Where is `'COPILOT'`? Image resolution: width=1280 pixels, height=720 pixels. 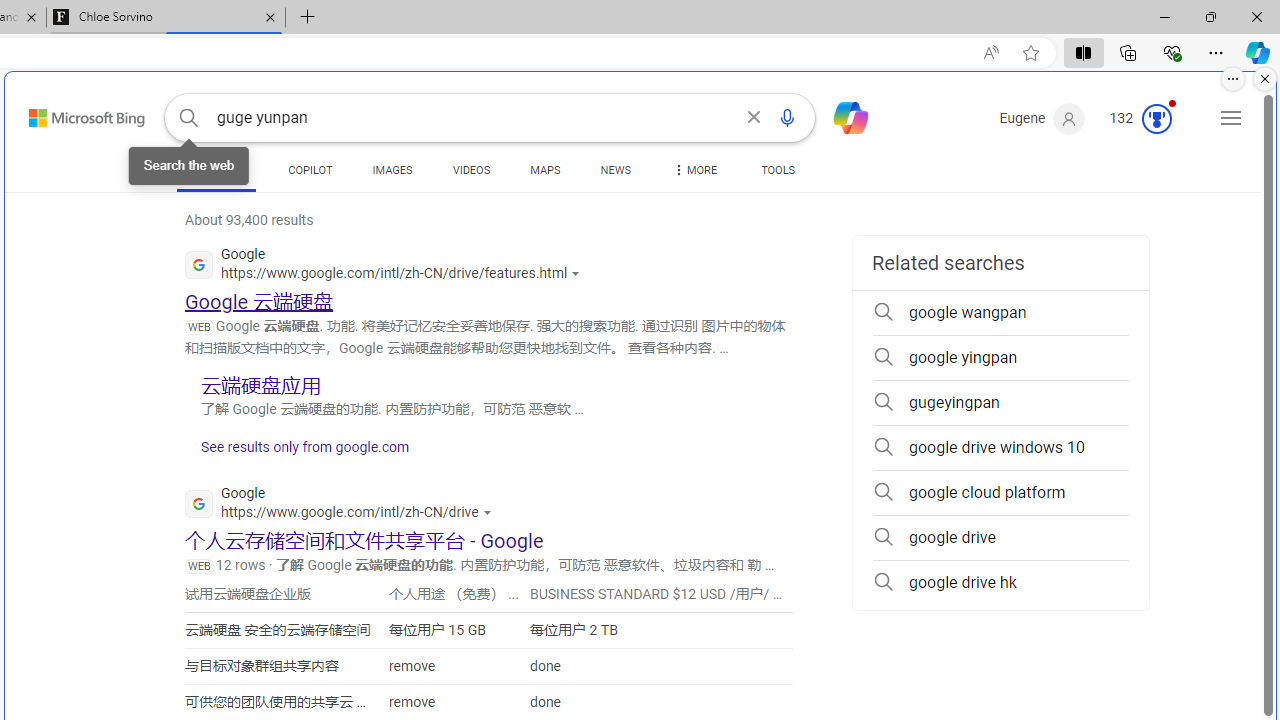
'COPILOT' is located at coordinates (309, 170).